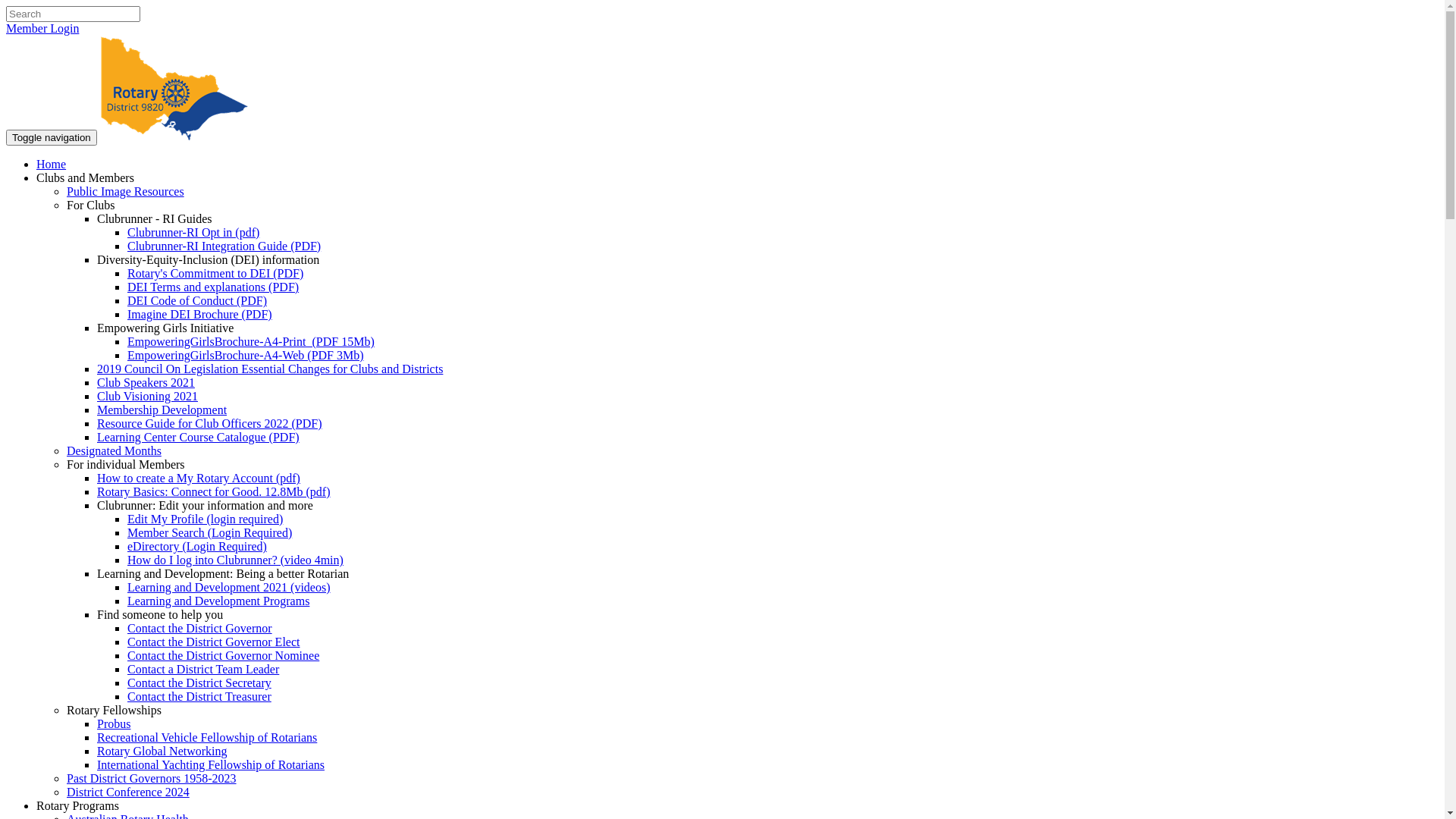  Describe the element at coordinates (127, 628) in the screenshot. I see `'Contact the District Governor'` at that location.